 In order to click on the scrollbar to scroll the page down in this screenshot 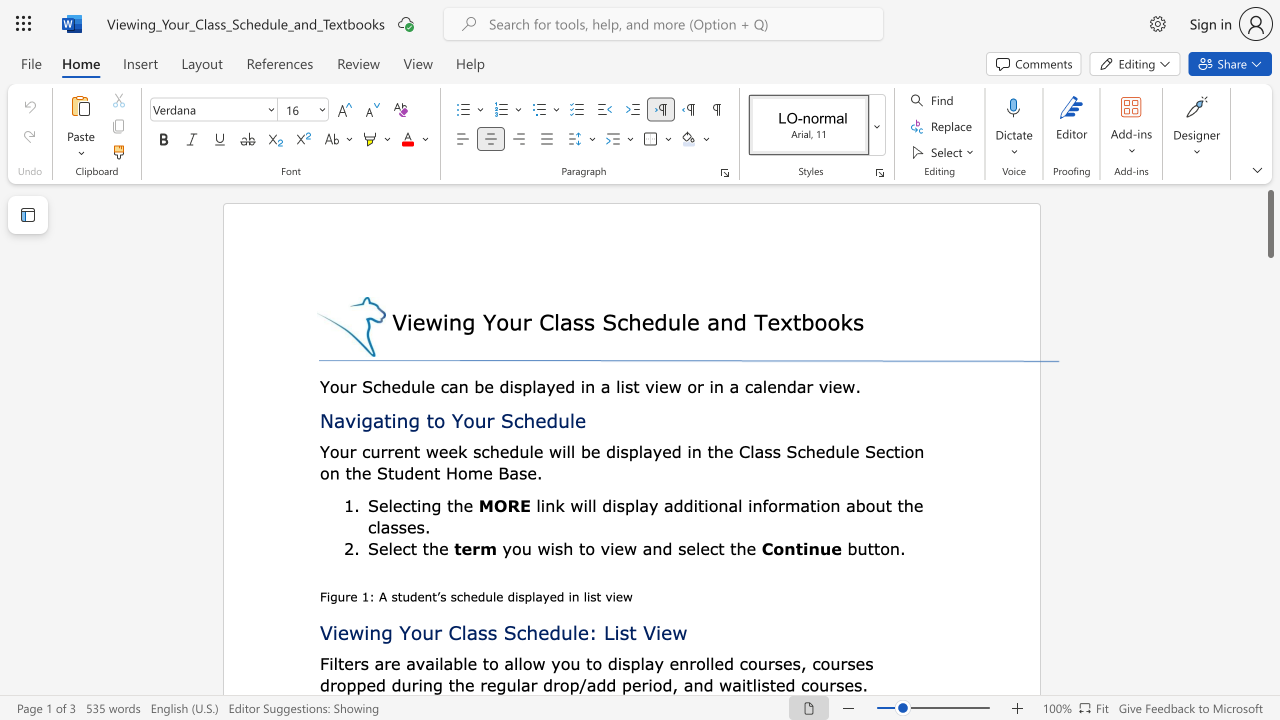, I will do `click(1269, 480)`.